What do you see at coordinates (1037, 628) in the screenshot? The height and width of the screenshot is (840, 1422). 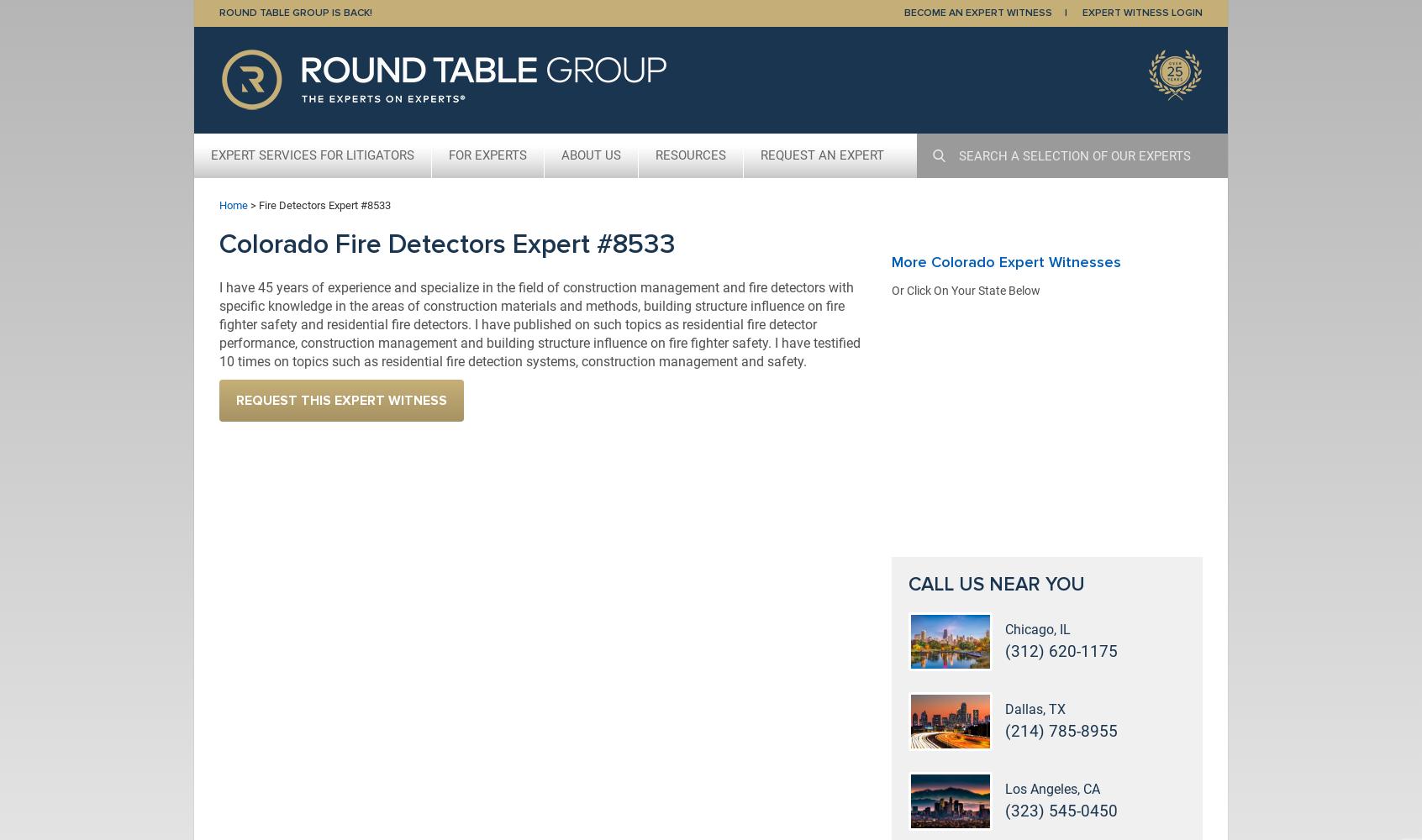 I see `'Chicago, IL'` at bounding box center [1037, 628].